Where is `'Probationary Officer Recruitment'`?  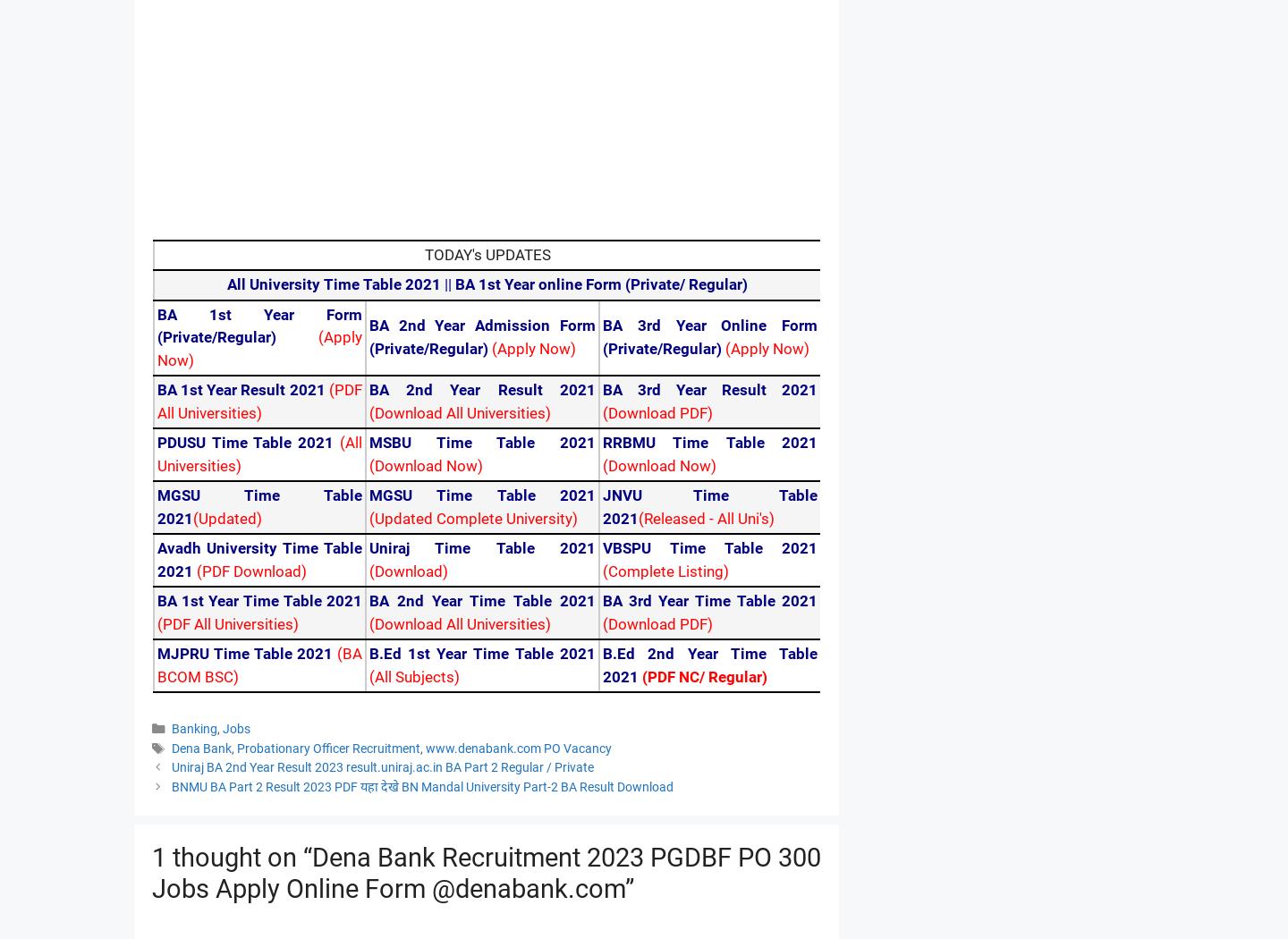 'Probationary Officer Recruitment' is located at coordinates (326, 748).